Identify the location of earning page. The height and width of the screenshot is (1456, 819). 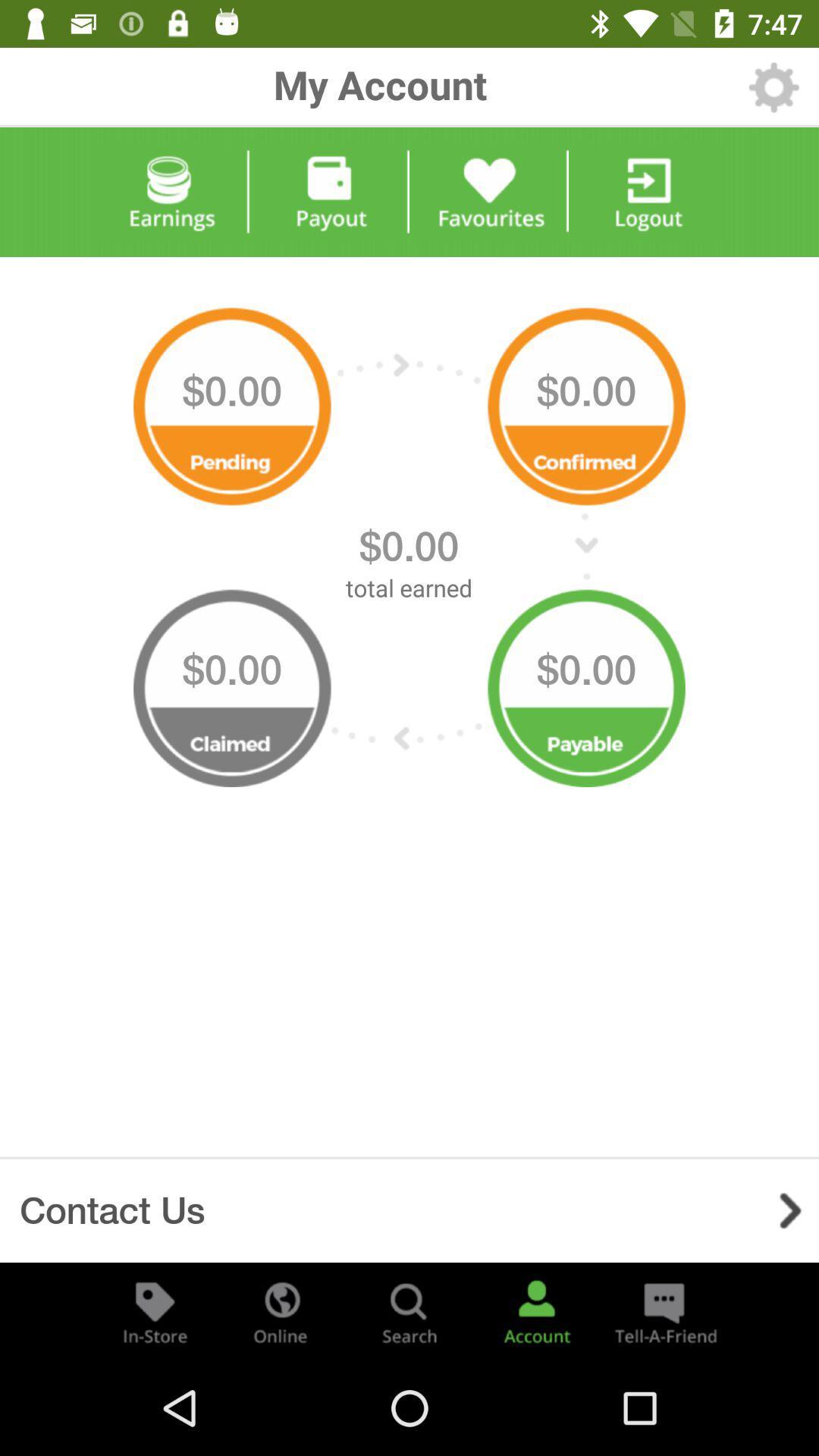
(170, 191).